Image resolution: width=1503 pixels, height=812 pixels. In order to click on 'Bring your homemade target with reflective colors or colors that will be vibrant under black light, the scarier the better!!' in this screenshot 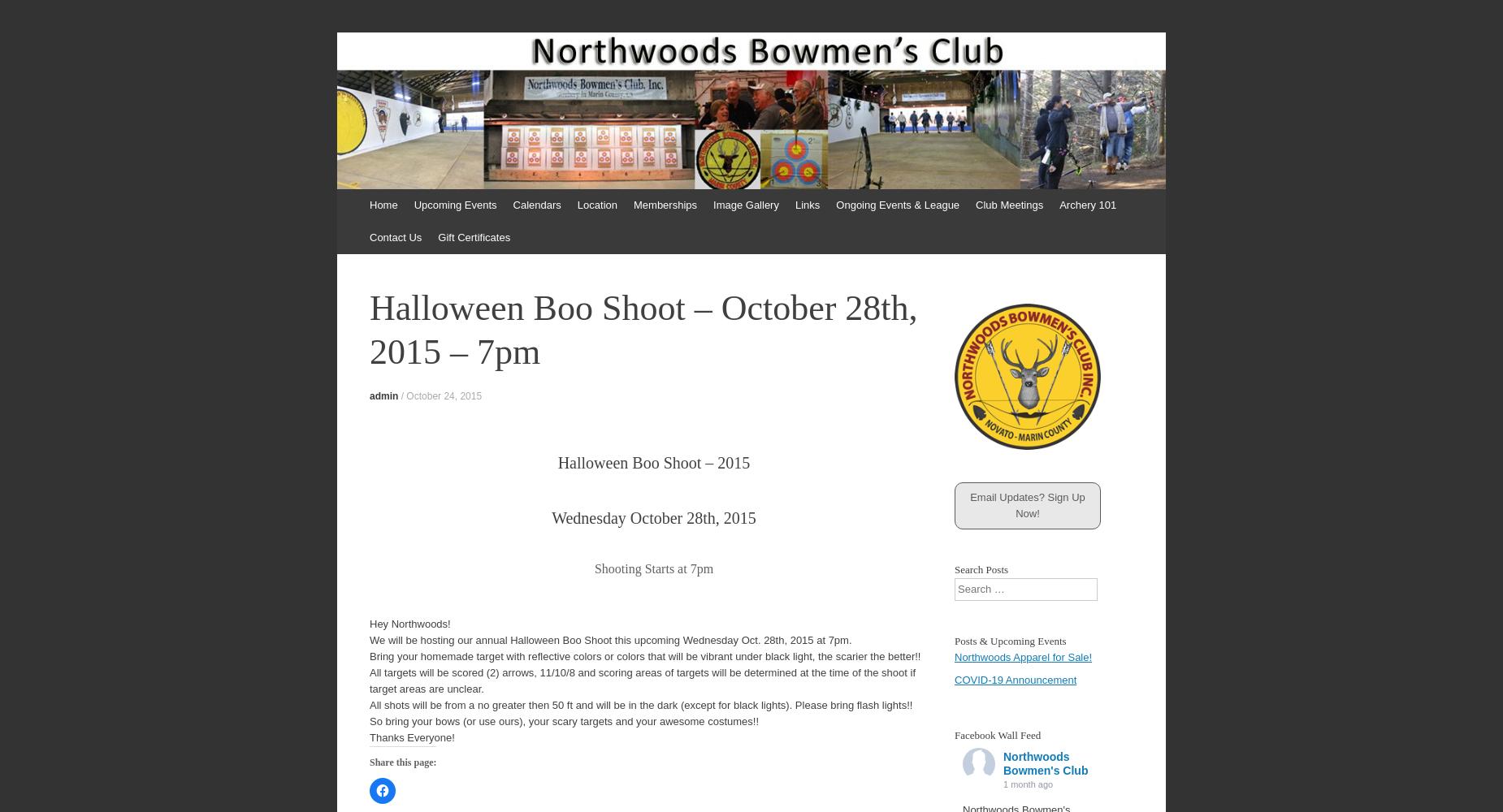, I will do `click(645, 656)`.